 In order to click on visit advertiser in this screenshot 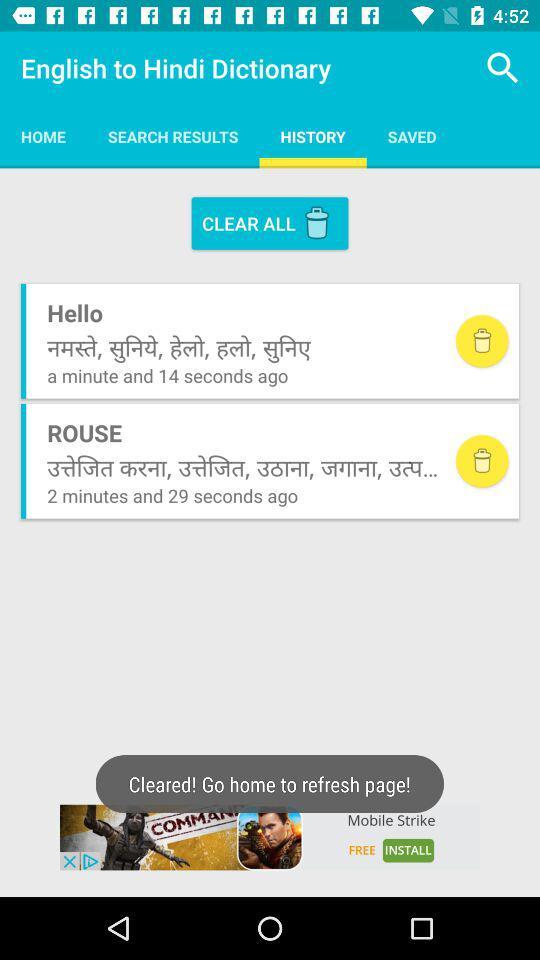, I will do `click(270, 837)`.